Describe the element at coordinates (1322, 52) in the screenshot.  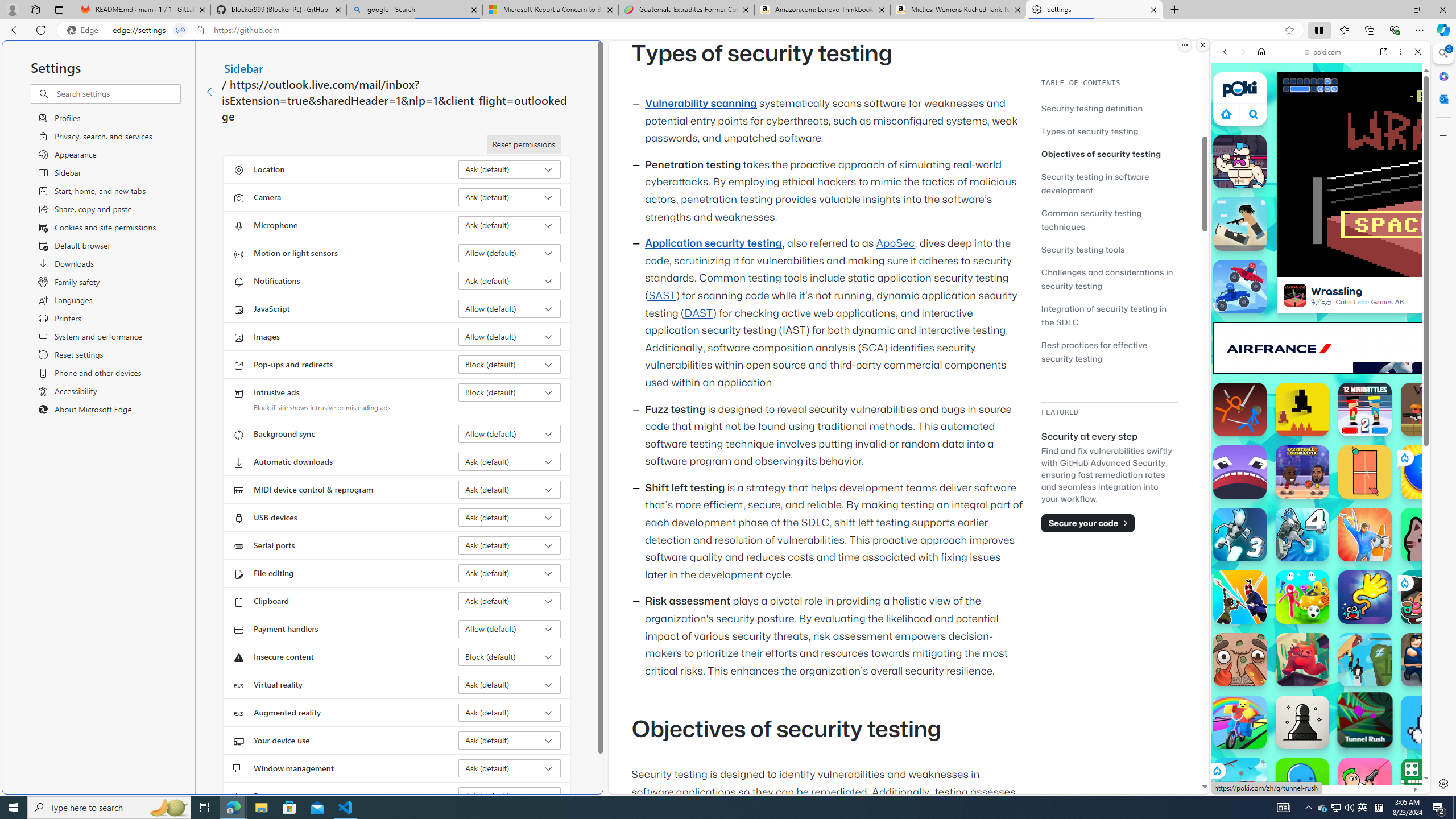
I see `'poki.com'` at that location.